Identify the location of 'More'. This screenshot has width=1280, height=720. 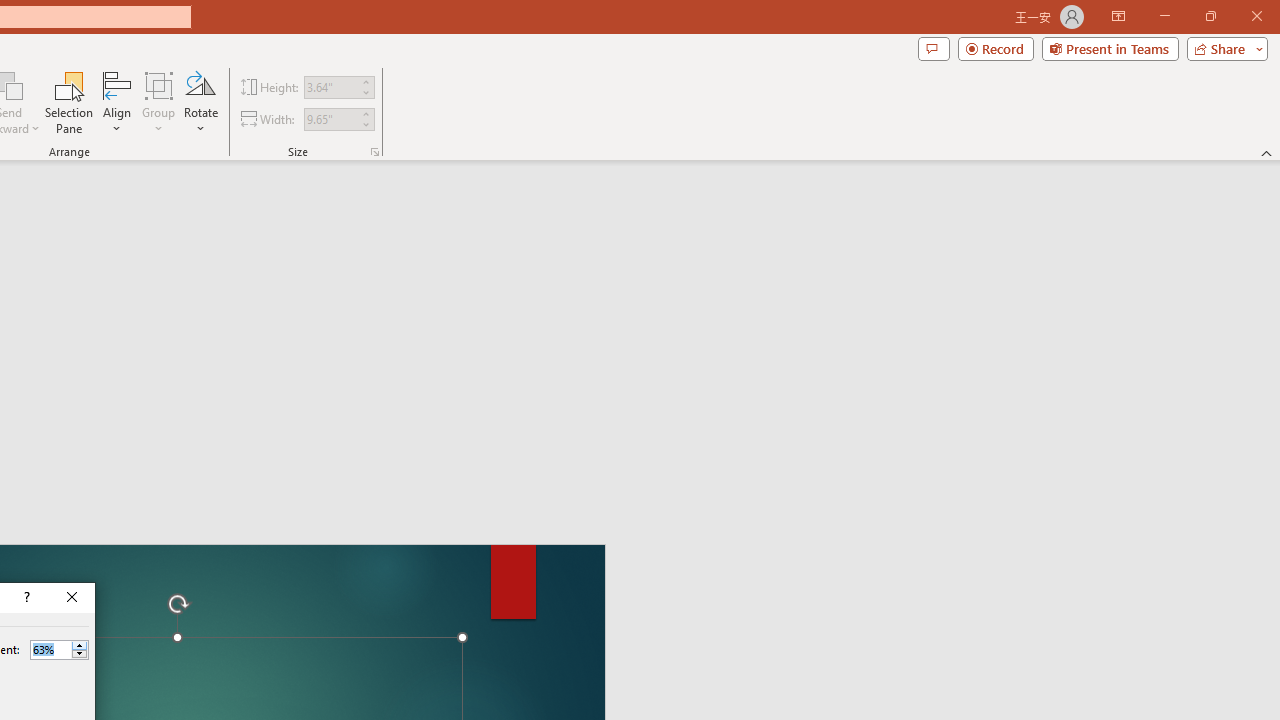
(79, 645).